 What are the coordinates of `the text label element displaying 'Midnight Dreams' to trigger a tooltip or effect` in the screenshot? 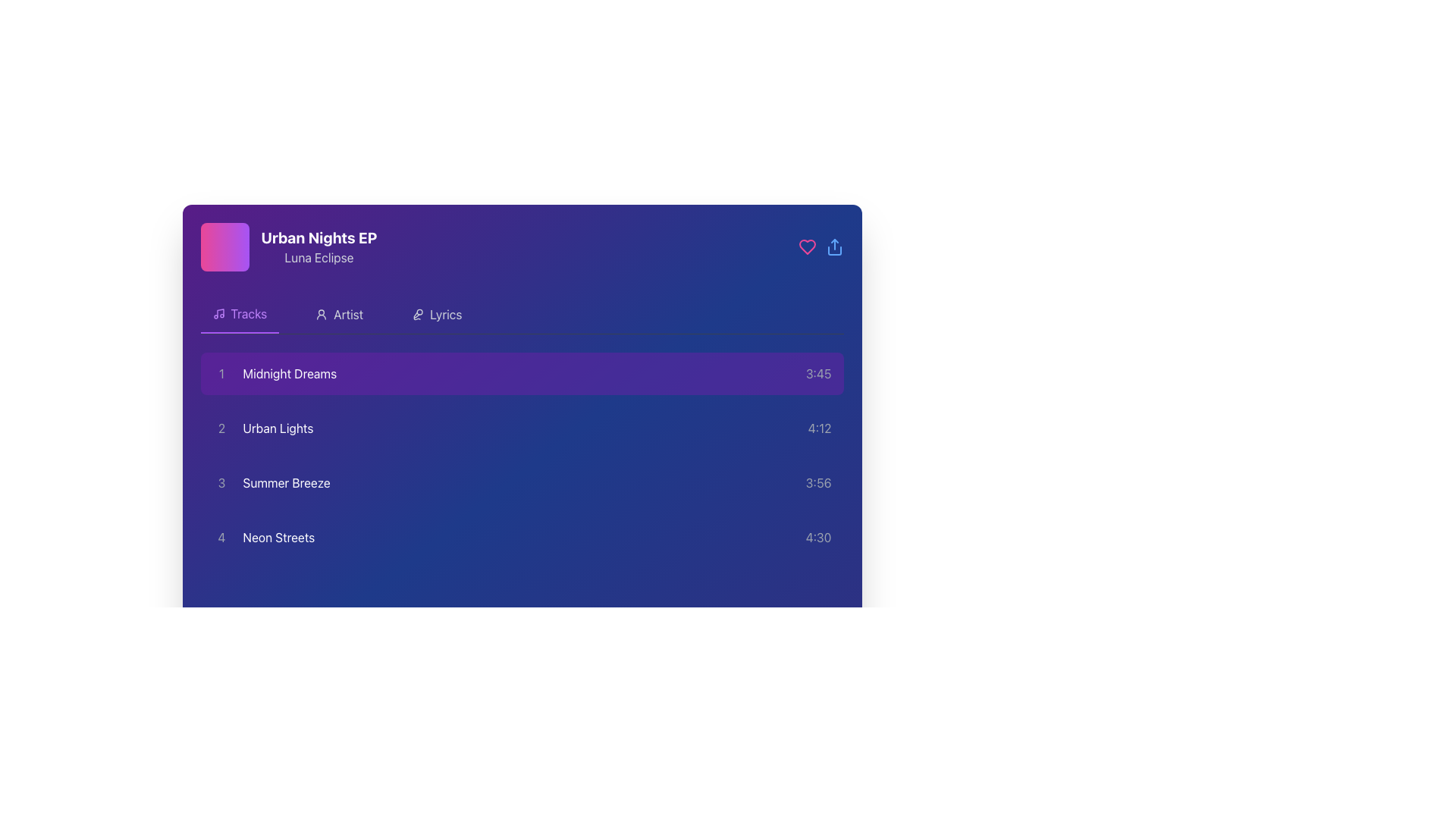 It's located at (290, 374).